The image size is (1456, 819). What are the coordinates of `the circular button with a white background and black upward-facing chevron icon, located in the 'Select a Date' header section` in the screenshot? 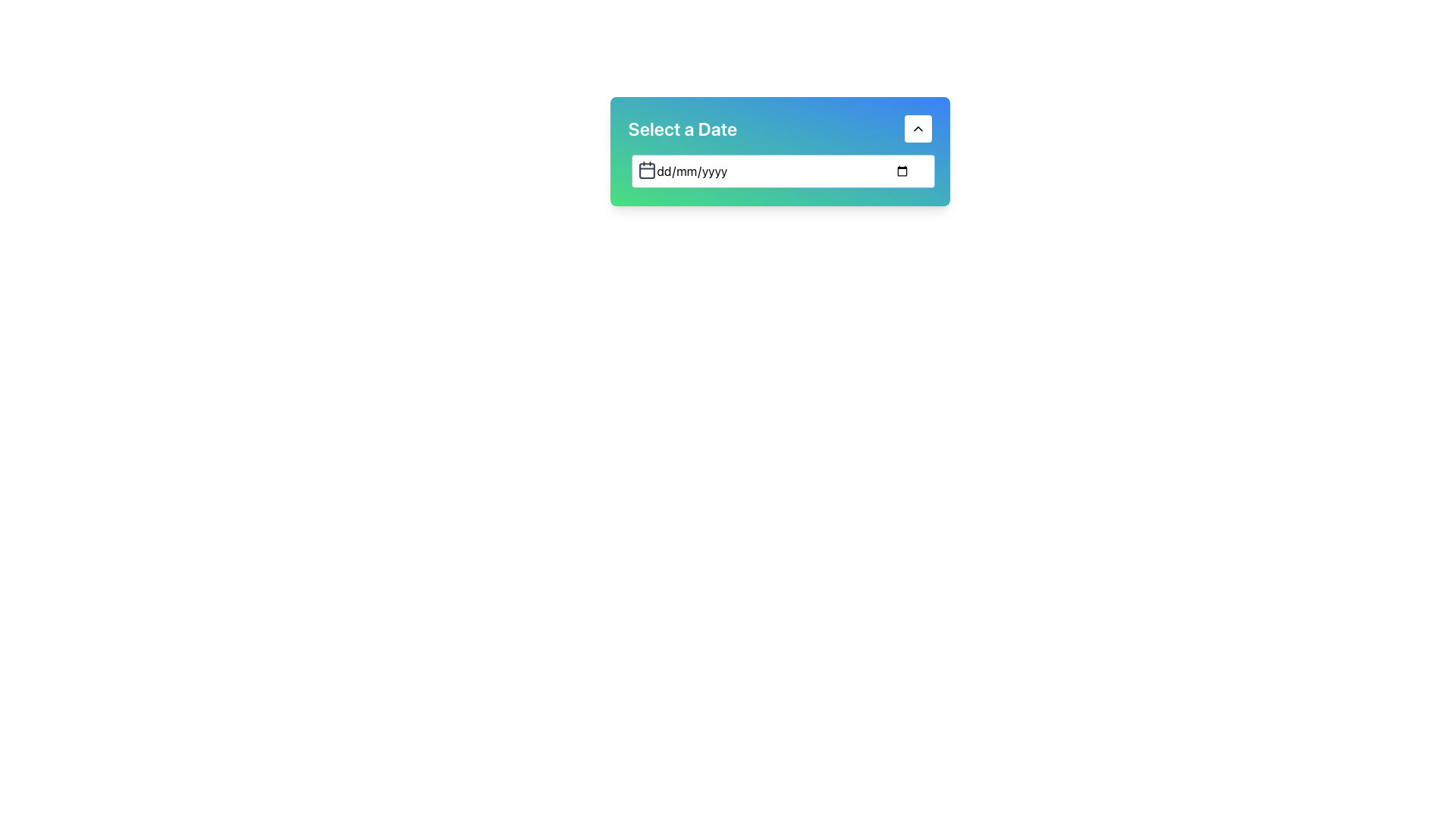 It's located at (917, 127).